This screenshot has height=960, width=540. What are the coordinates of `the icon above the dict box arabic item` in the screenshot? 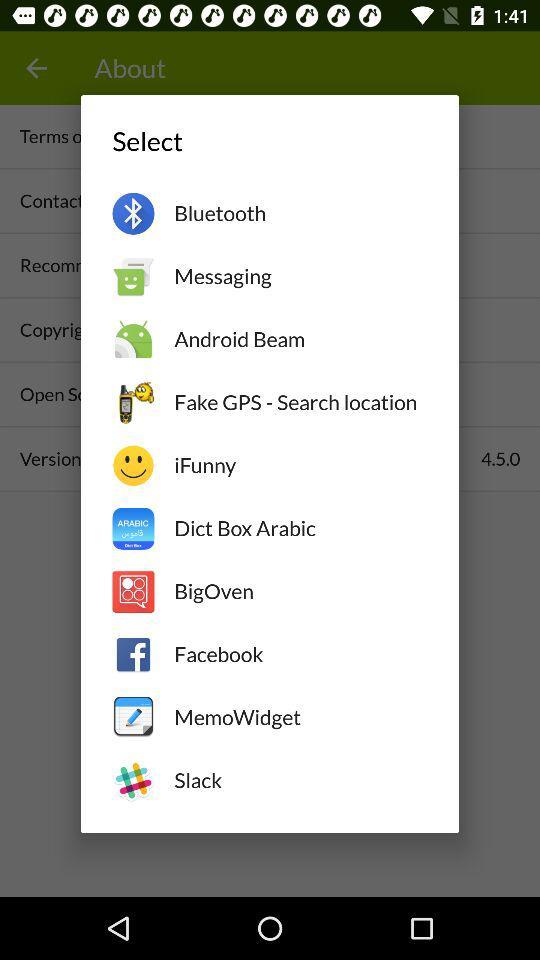 It's located at (299, 465).